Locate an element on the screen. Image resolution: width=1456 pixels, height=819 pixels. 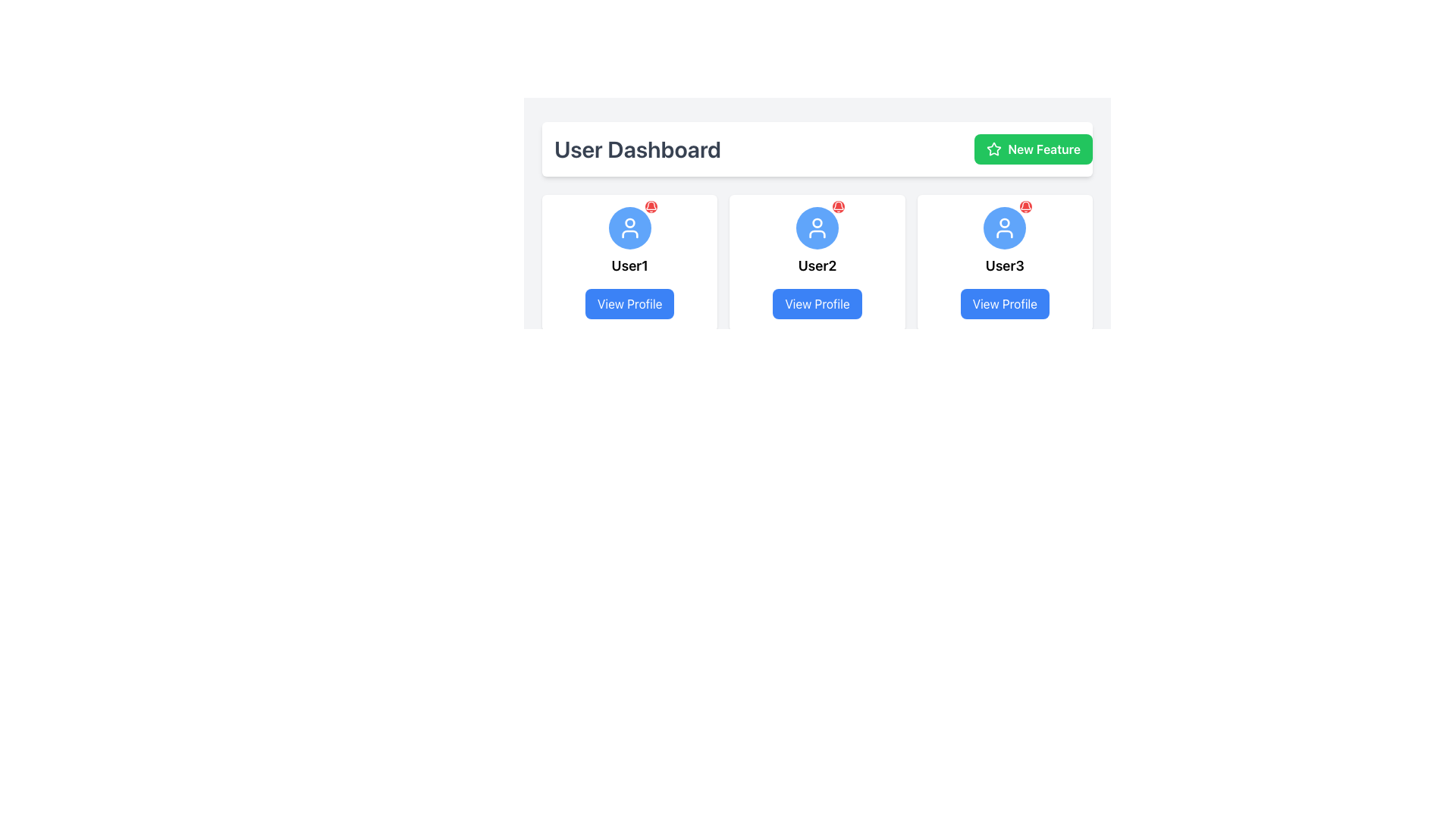
the circular Icon button with a blue background and white user icon located in the profile card labeled 'User2', positioned above the 'View Profile' button is located at coordinates (816, 227).